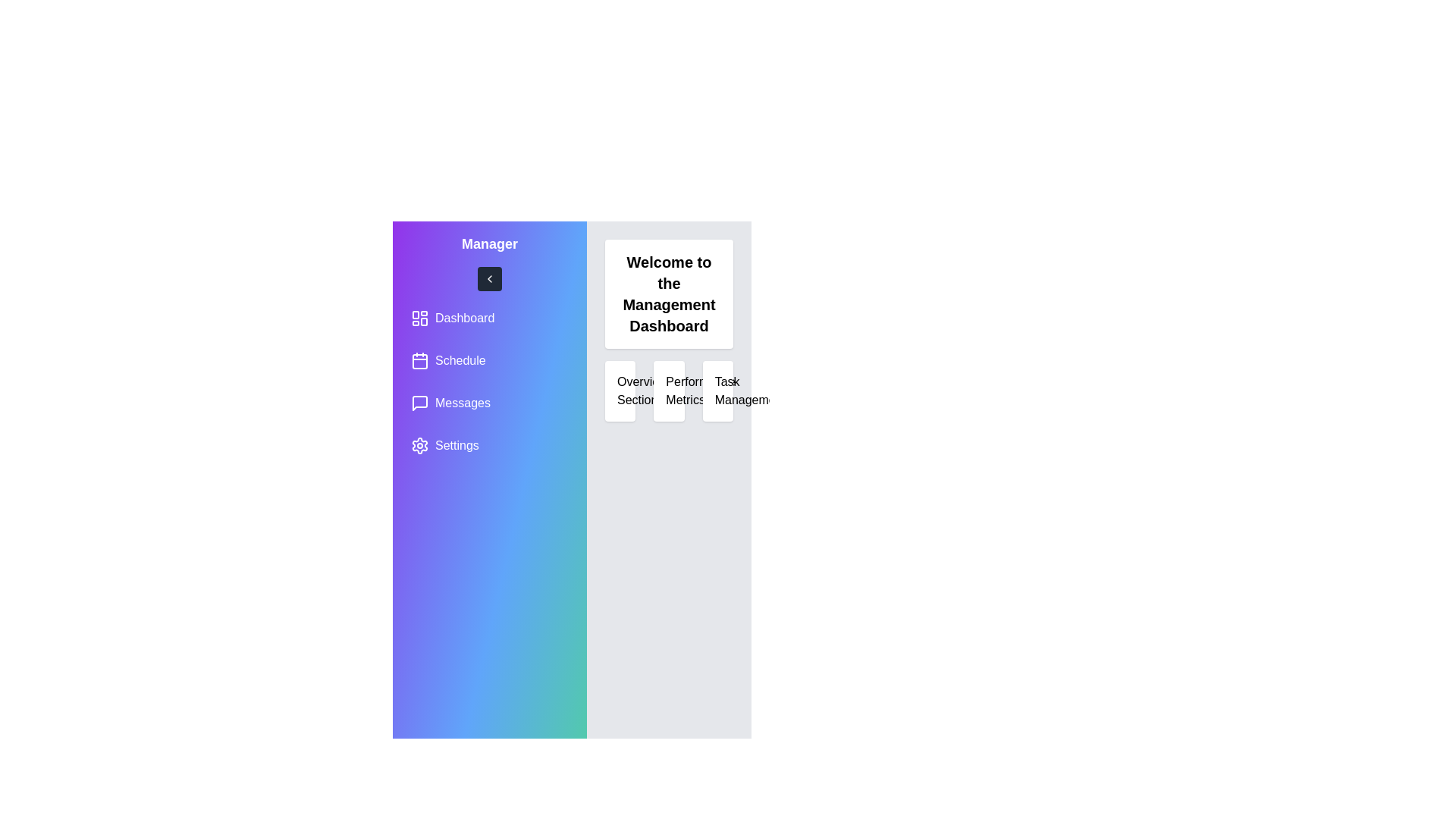  What do you see at coordinates (419, 444) in the screenshot?
I see `the 'Settings' button, which contains the Icon (SVG component) that visually represents the settings functionality, located at the bottom of the left-hand navigation panel` at bounding box center [419, 444].